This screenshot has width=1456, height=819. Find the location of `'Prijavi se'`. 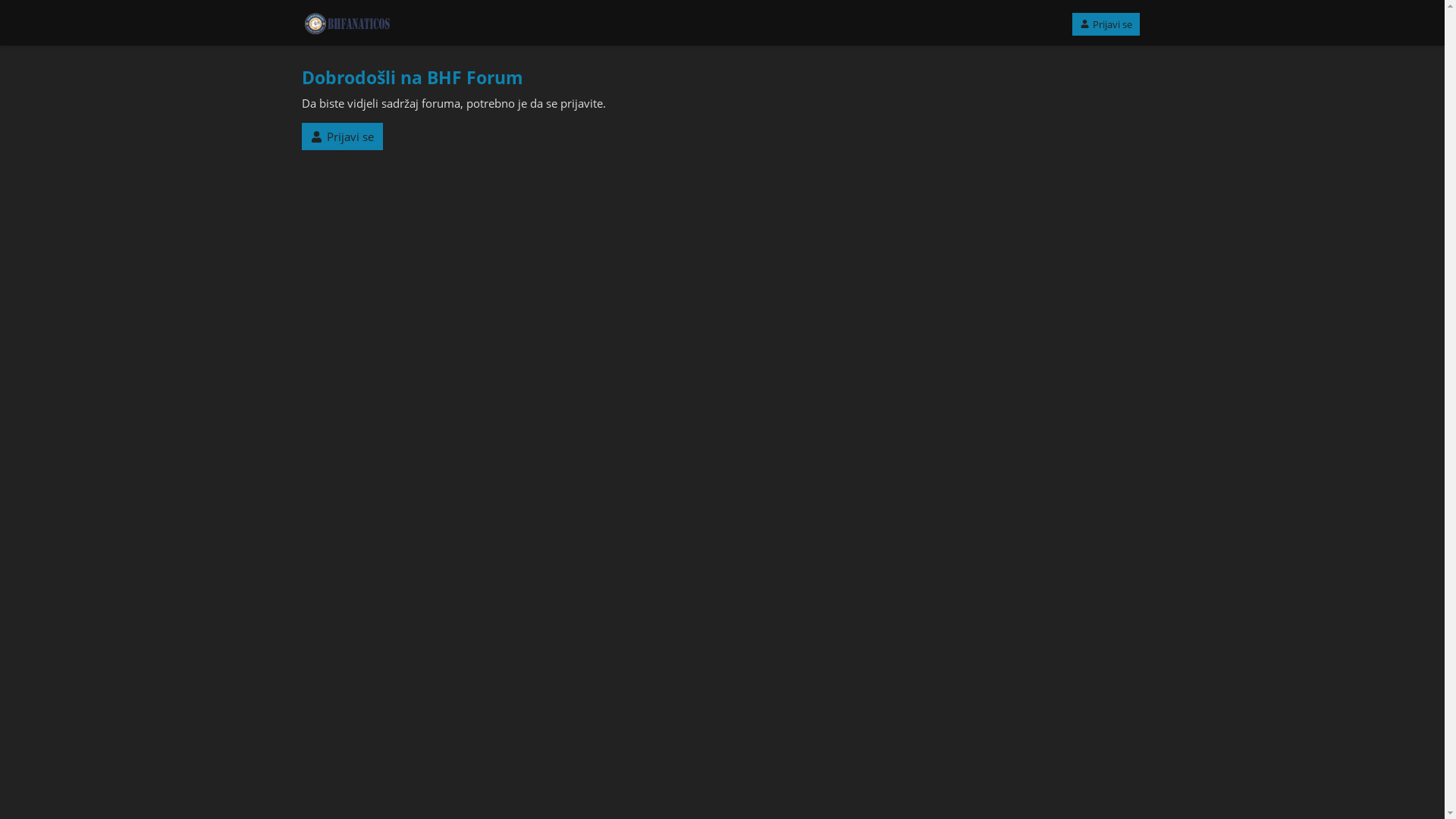

'Prijavi se' is located at coordinates (341, 136).